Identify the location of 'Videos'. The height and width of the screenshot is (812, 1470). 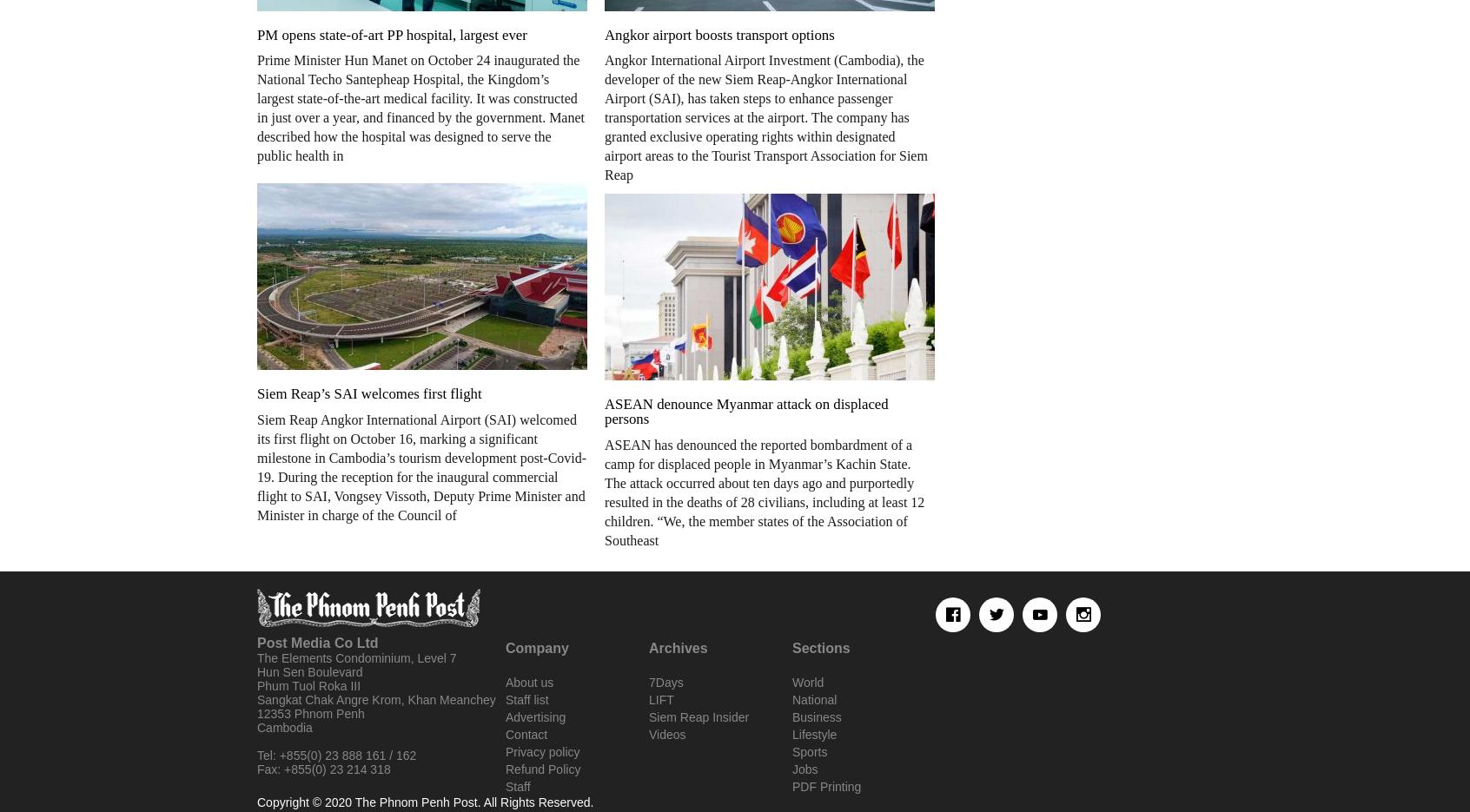
(665, 733).